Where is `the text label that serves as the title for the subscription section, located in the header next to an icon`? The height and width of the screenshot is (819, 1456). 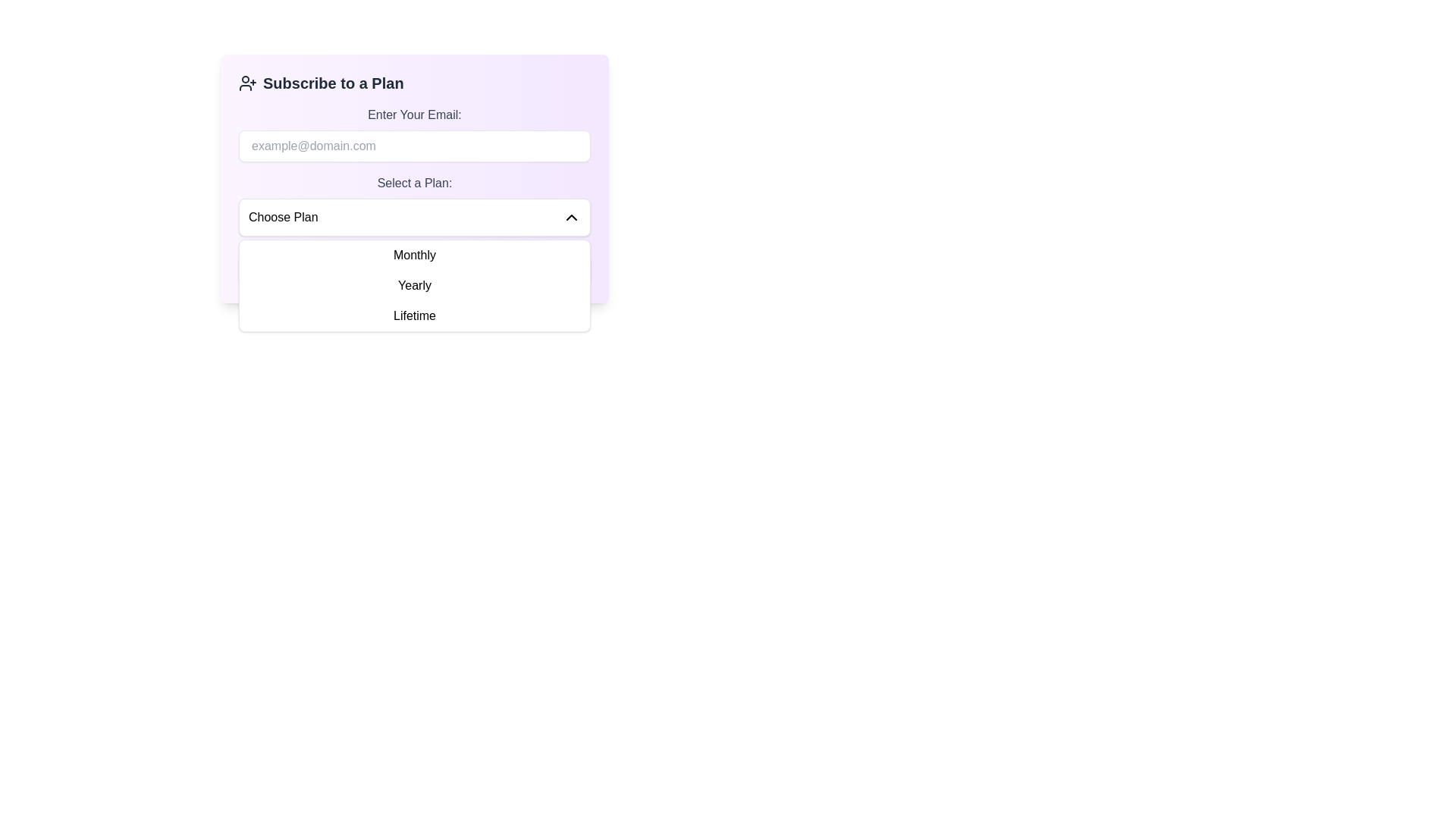
the text label that serves as the title for the subscription section, located in the header next to an icon is located at coordinates (332, 83).